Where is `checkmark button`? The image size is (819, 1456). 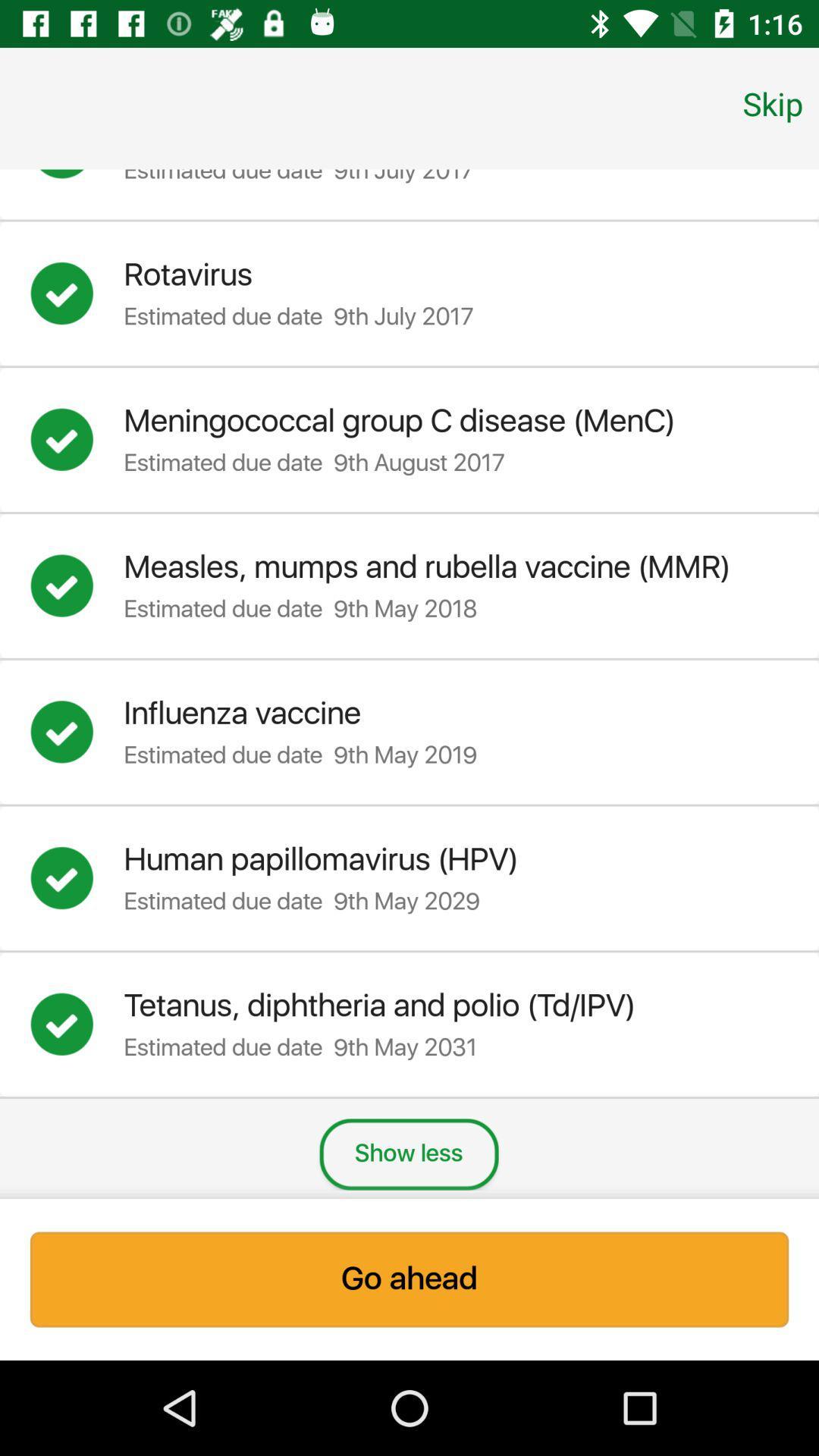
checkmark button is located at coordinates (77, 585).